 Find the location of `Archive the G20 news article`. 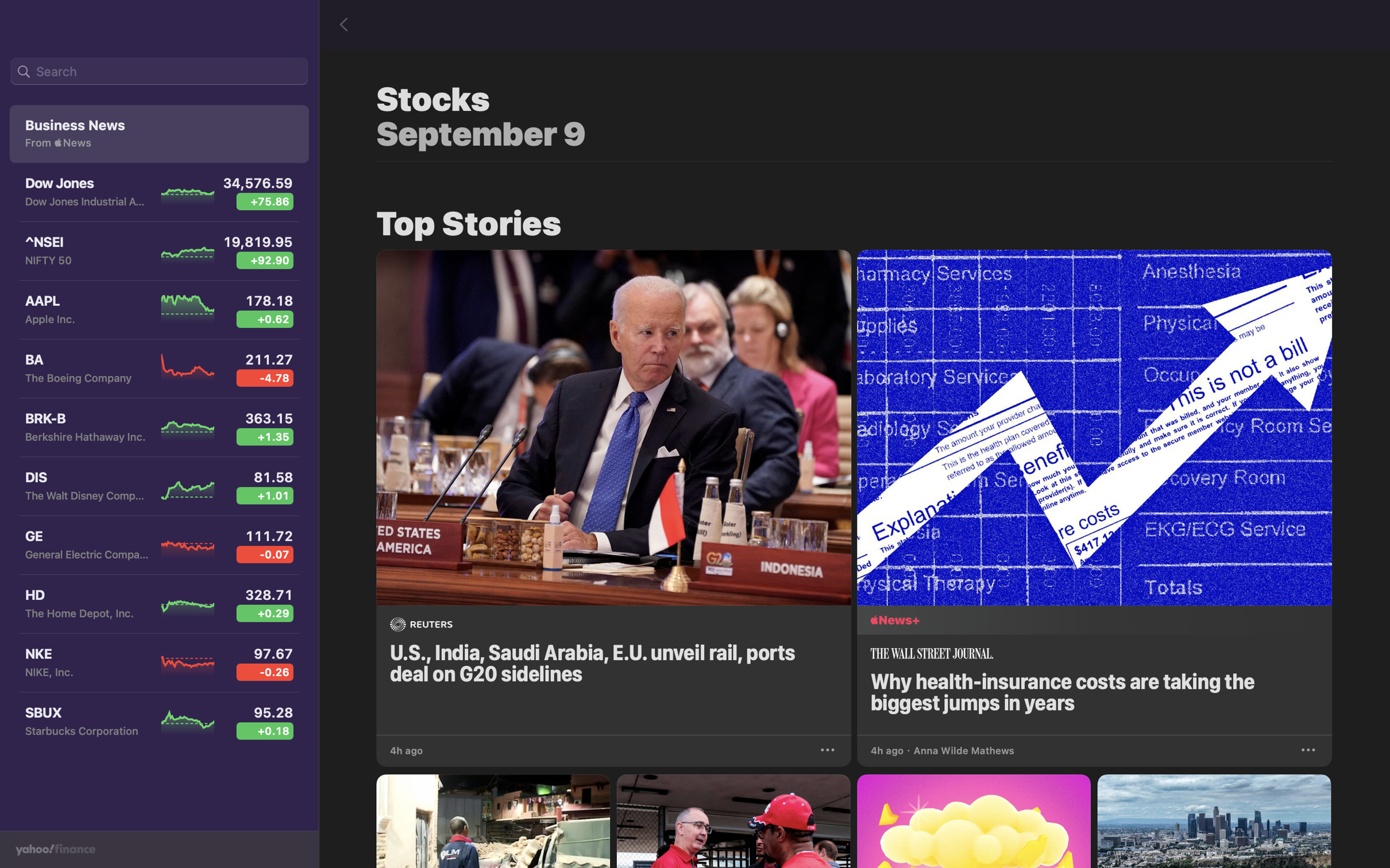

Archive the G20 news article is located at coordinates (829, 748).